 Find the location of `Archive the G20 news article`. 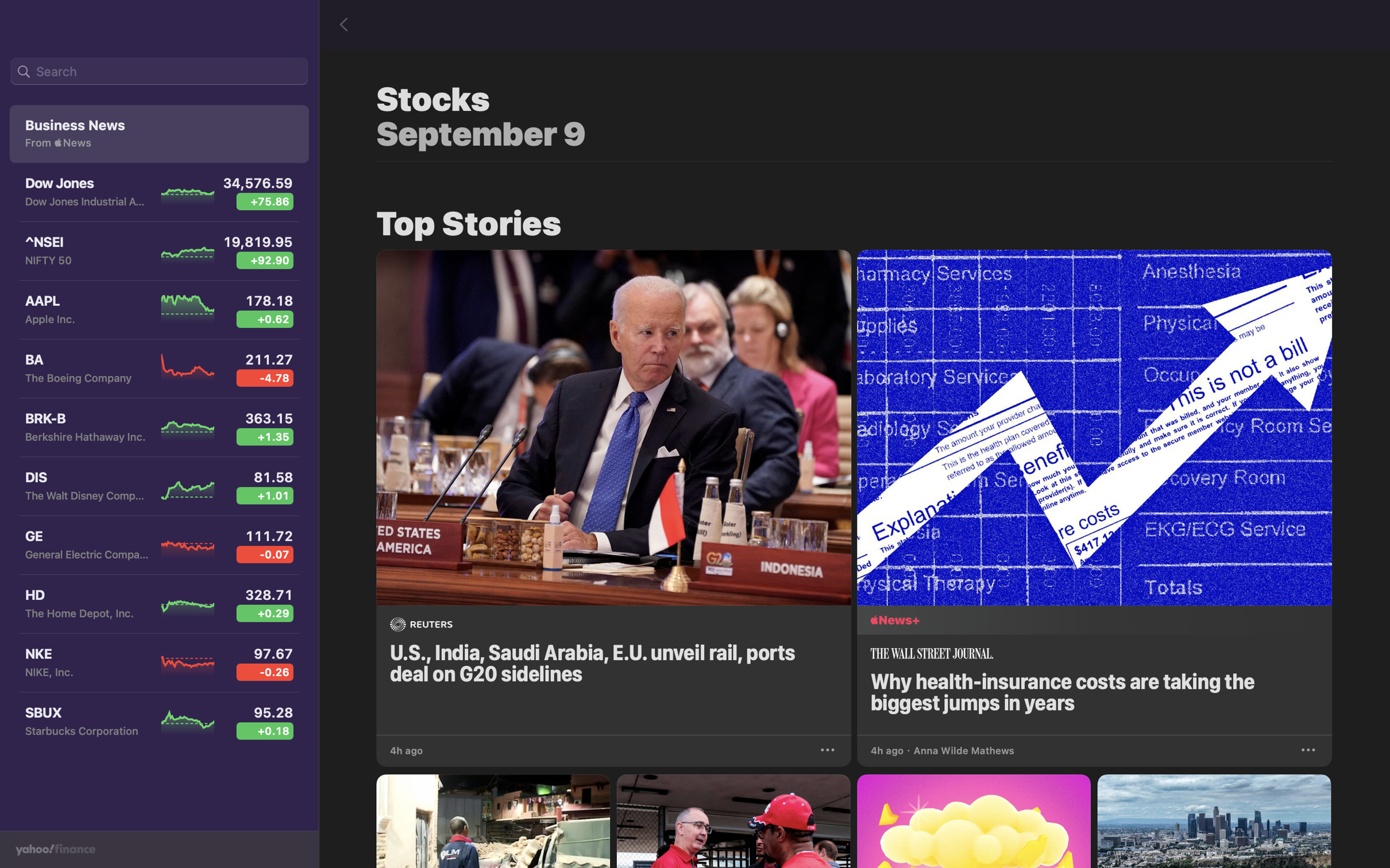

Archive the G20 news article is located at coordinates (829, 748).